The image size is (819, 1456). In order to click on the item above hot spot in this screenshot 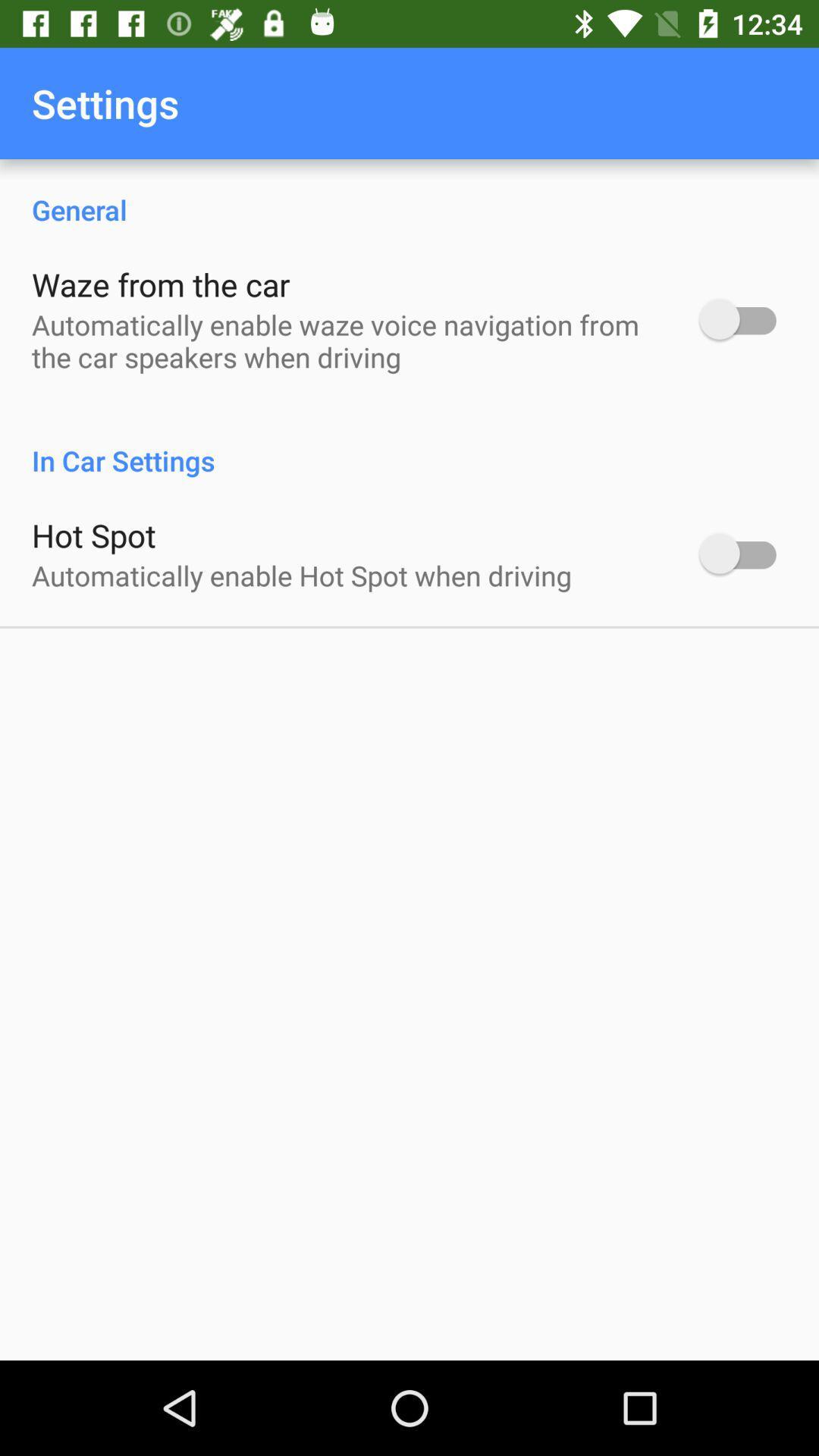, I will do `click(409, 444)`.